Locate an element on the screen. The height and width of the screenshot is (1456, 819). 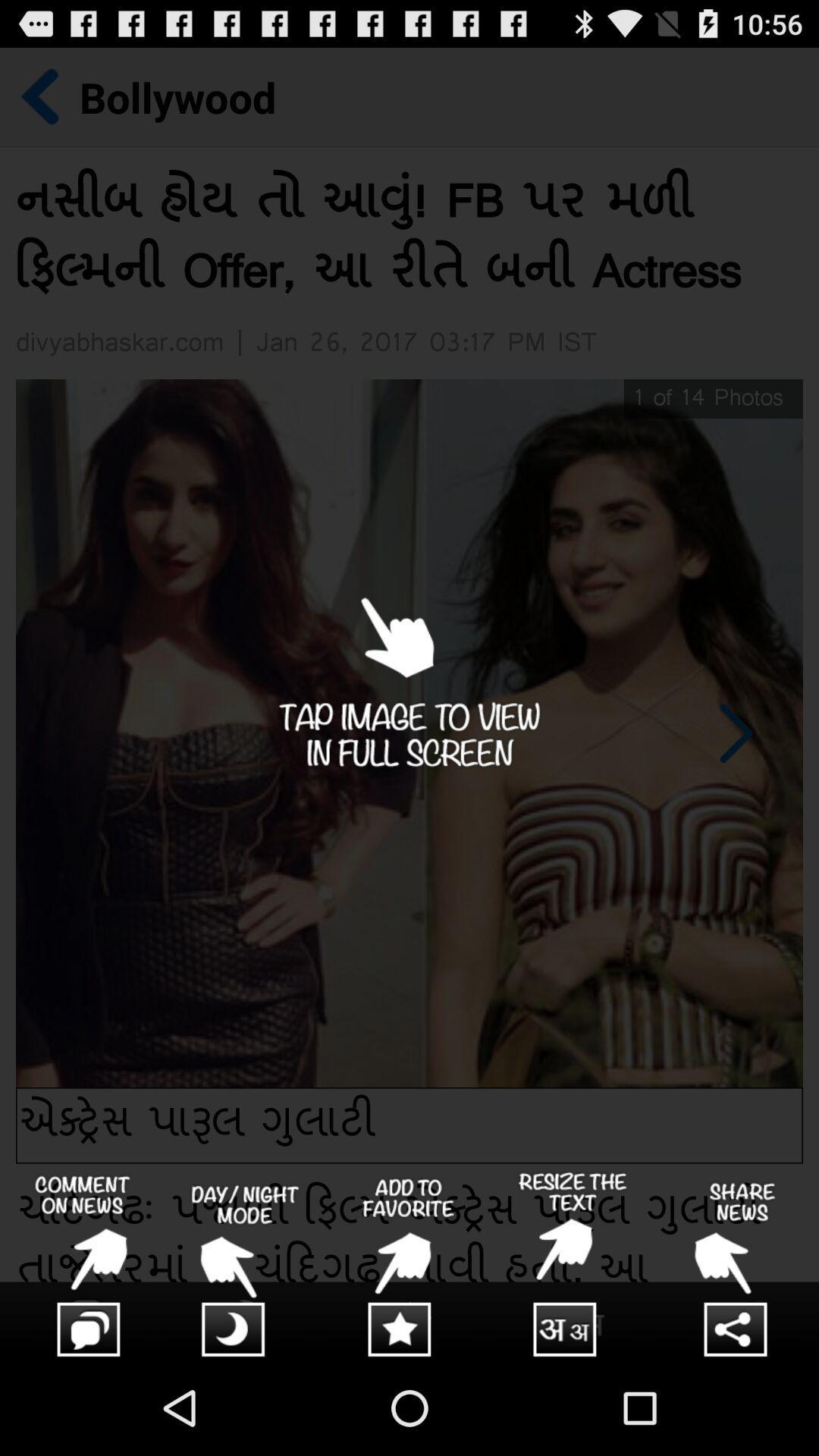
resize text is located at coordinates (573, 1266).